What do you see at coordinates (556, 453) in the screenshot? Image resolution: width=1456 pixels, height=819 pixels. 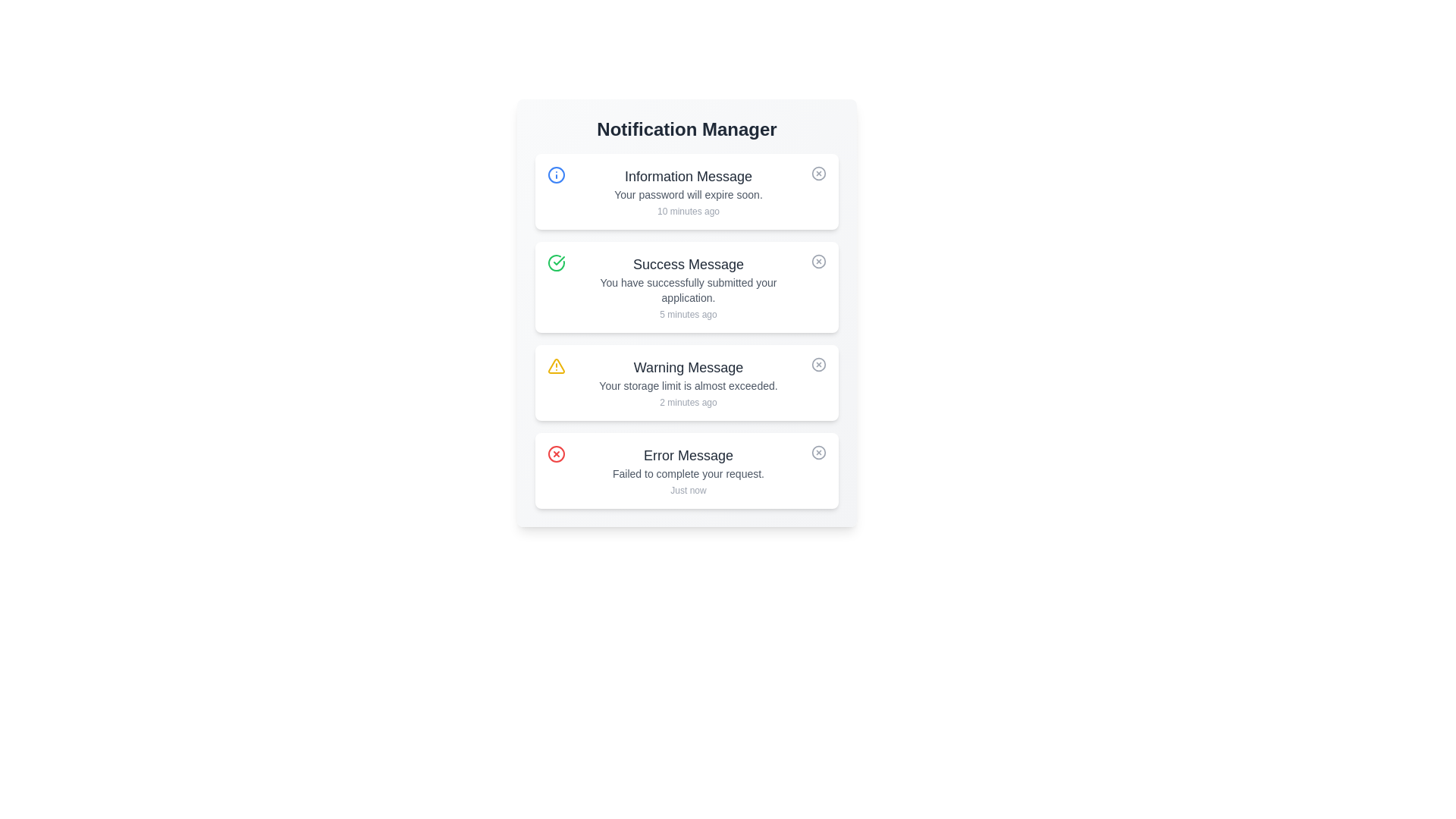 I see `the error icon located at the top-left corner of the fourth notification card labeled 'Error Message' to acknowledge or close the error` at bounding box center [556, 453].